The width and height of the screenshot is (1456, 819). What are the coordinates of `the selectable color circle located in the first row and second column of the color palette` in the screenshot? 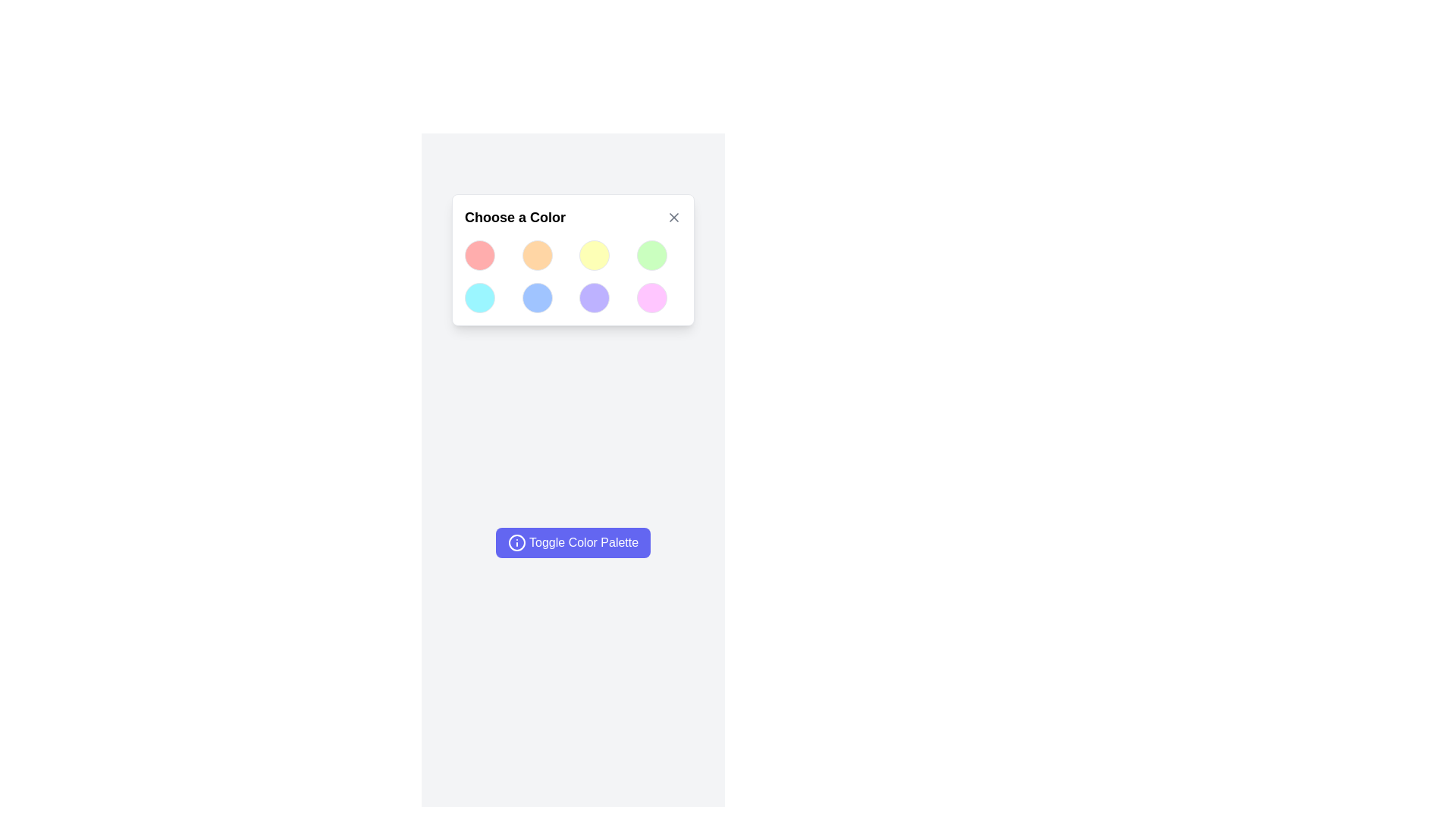 It's located at (537, 254).